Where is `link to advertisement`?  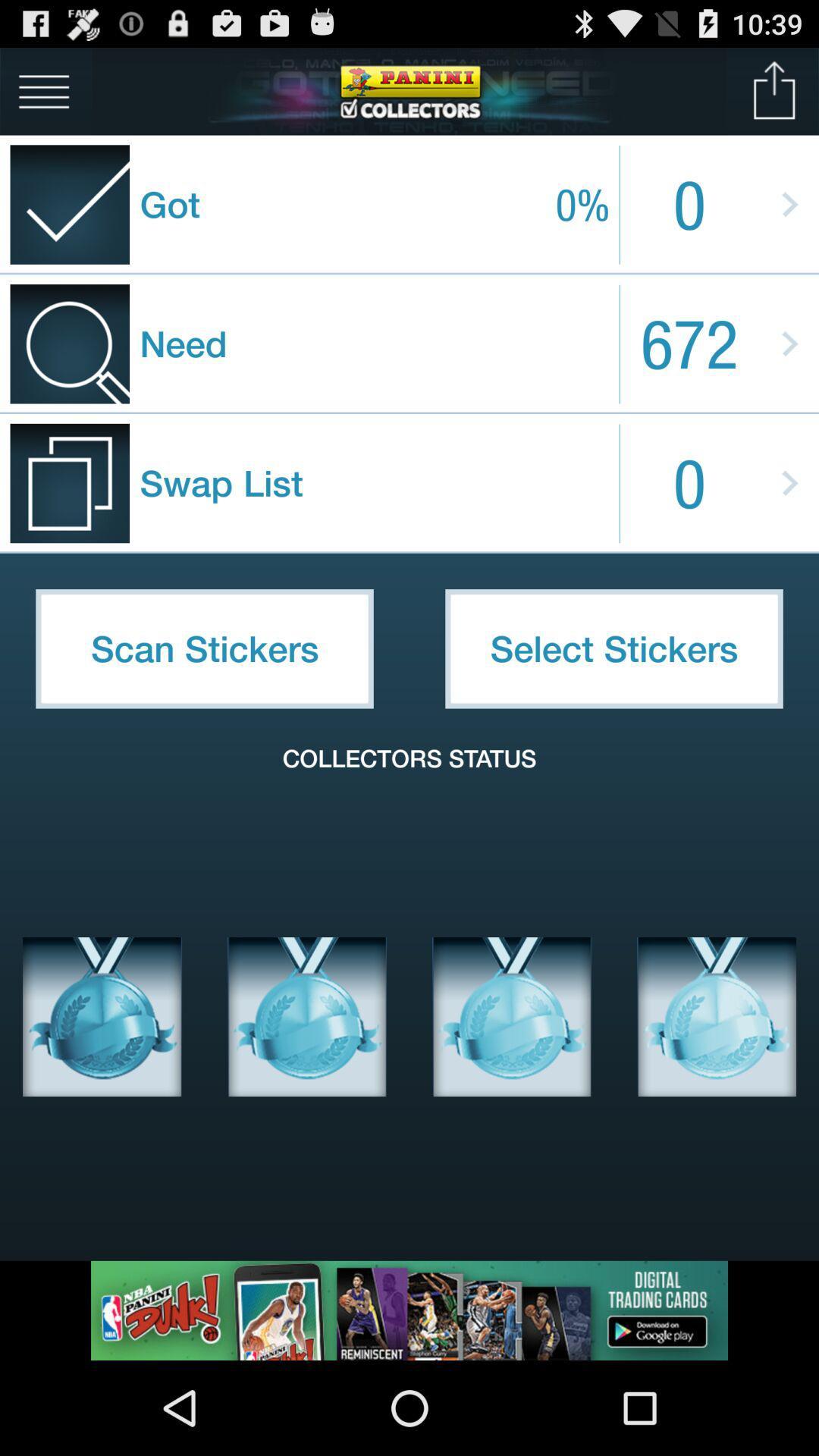 link to advertisement is located at coordinates (409, 1310).